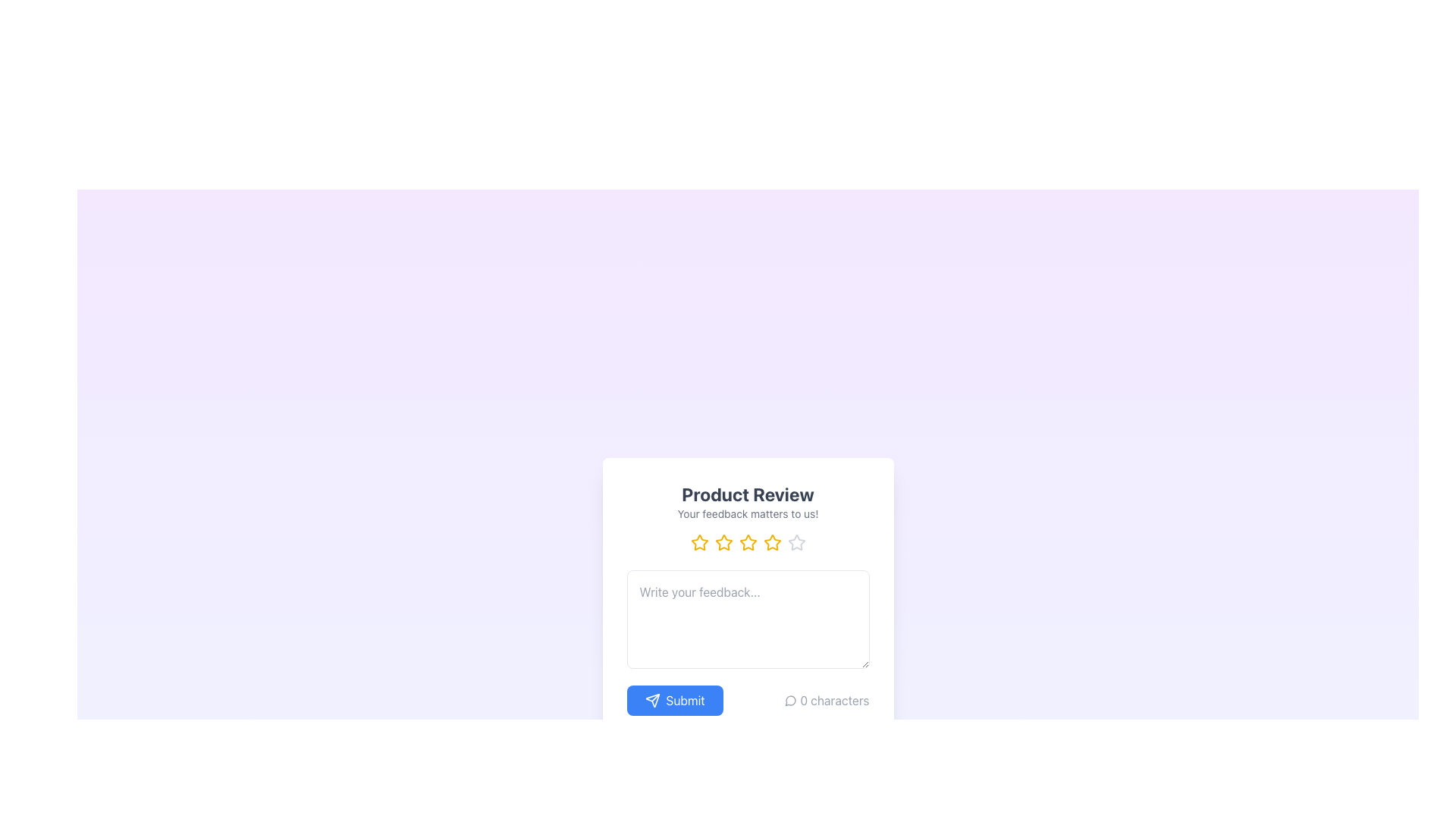 Image resolution: width=1456 pixels, height=819 pixels. Describe the element at coordinates (772, 541) in the screenshot. I see `the fourth star-shaped rating icon with a hollow center and yellow outline in the feedback form` at that location.